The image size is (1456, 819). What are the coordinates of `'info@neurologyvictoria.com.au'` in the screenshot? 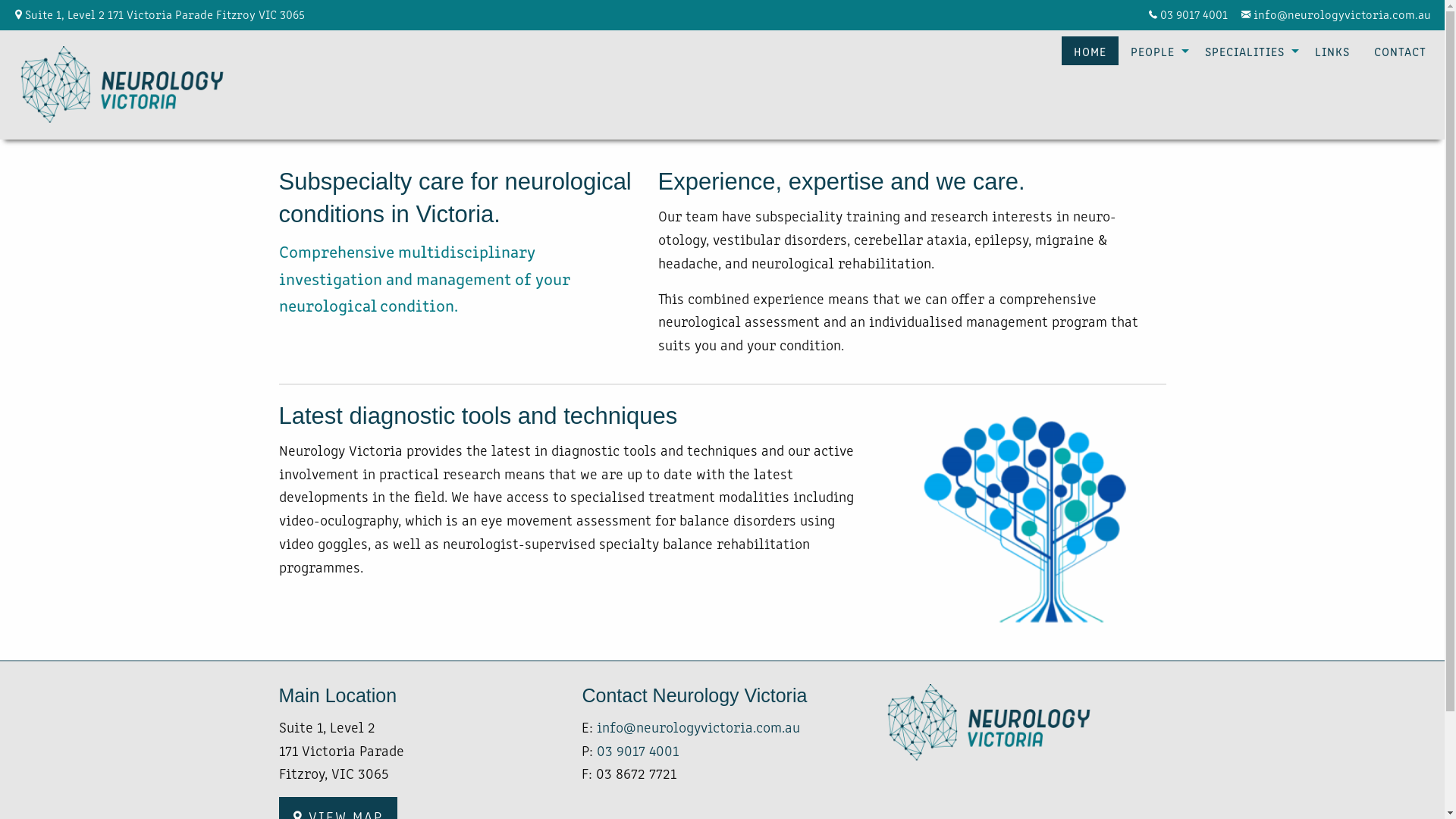 It's located at (1343, 14).